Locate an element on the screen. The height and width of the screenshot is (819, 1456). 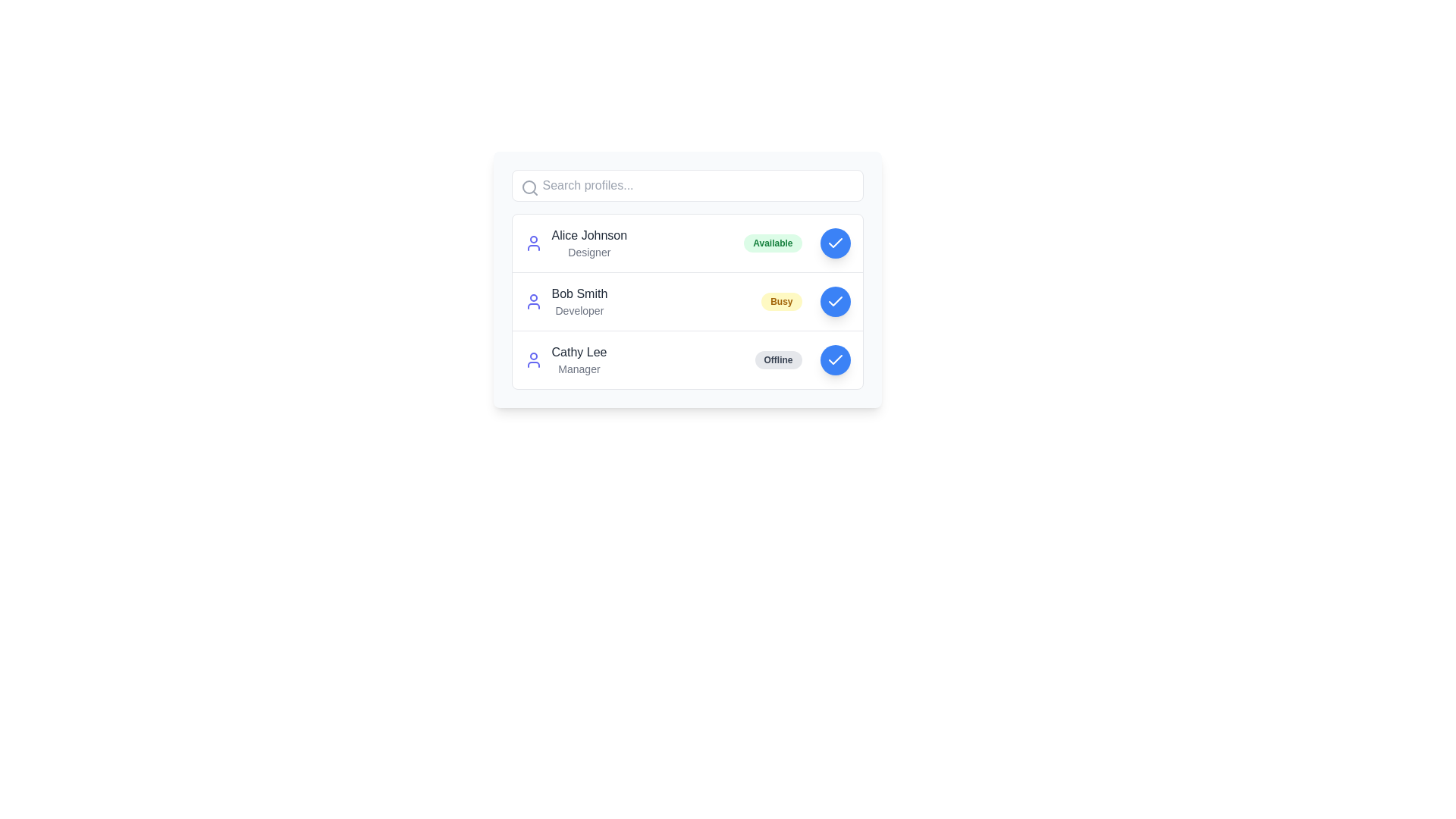
the status indicator of the user profile summary that is the third item in the list, located below 'Alice Johnson' and 'Bob Smith' is located at coordinates (686, 359).